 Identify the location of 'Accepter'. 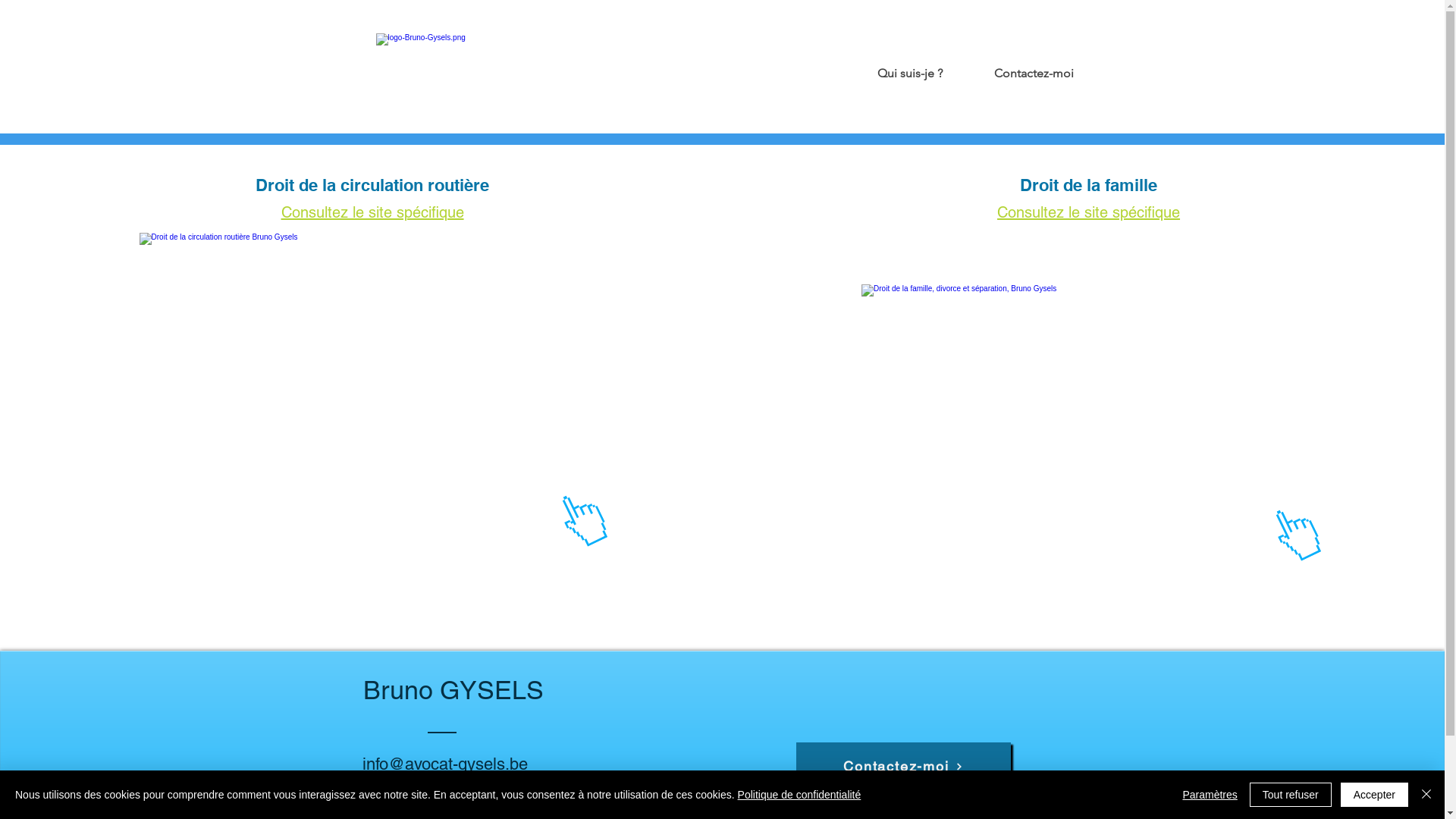
(1374, 794).